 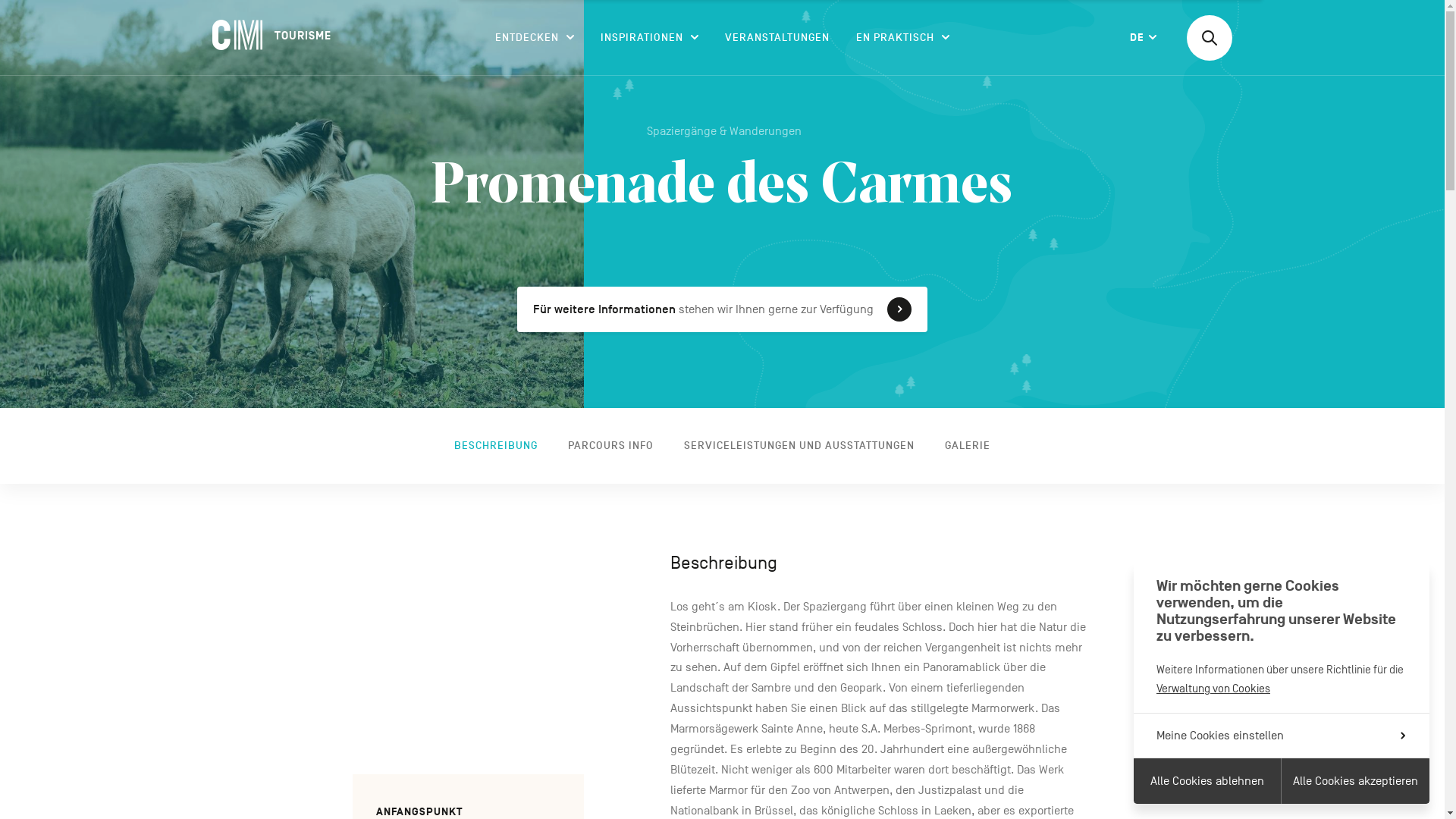 What do you see at coordinates (777, 37) in the screenshot?
I see `'VERANSTALTUNGEN'` at bounding box center [777, 37].